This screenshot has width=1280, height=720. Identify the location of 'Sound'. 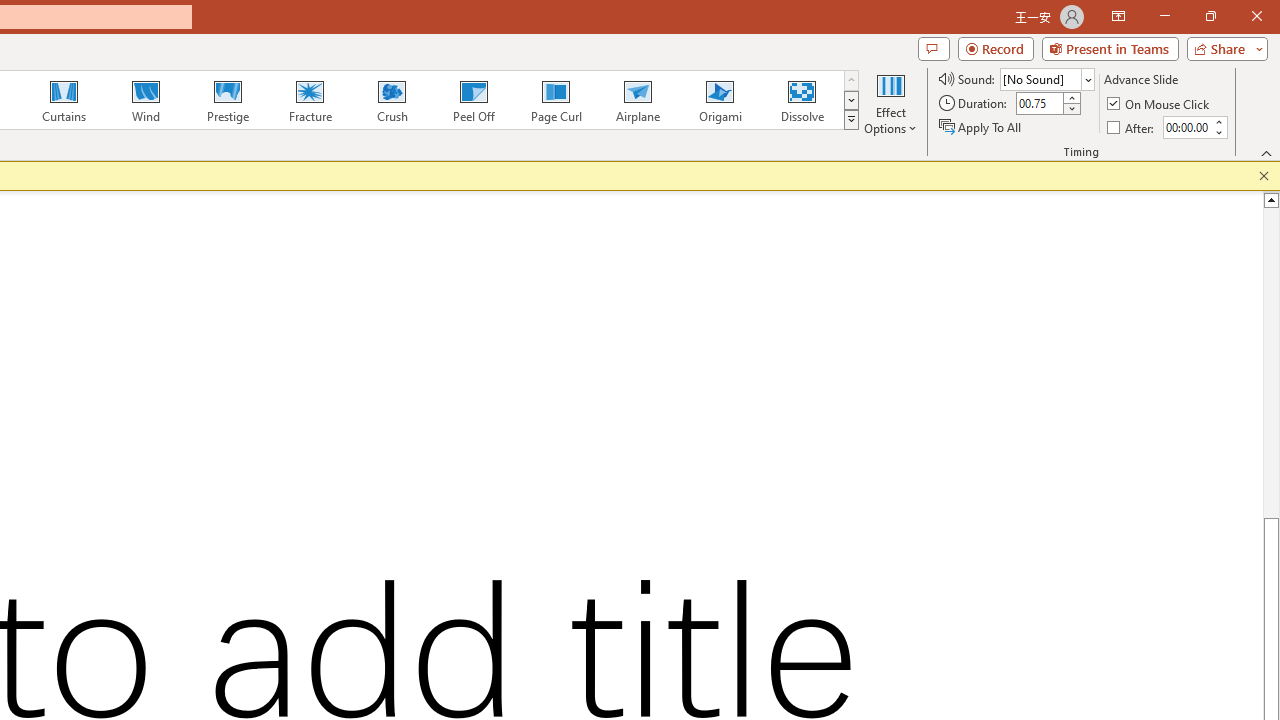
(1046, 78).